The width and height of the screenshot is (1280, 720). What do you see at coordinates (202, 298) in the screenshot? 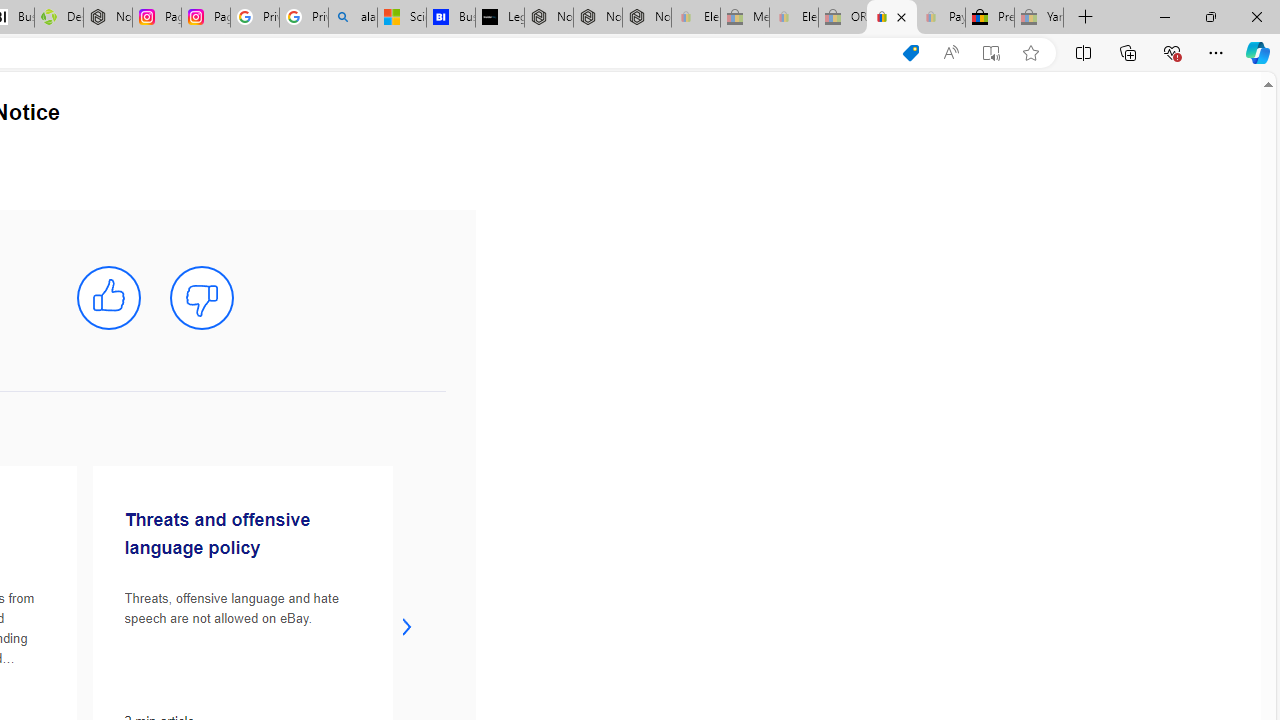
I see `'mark this article not helpful'` at bounding box center [202, 298].